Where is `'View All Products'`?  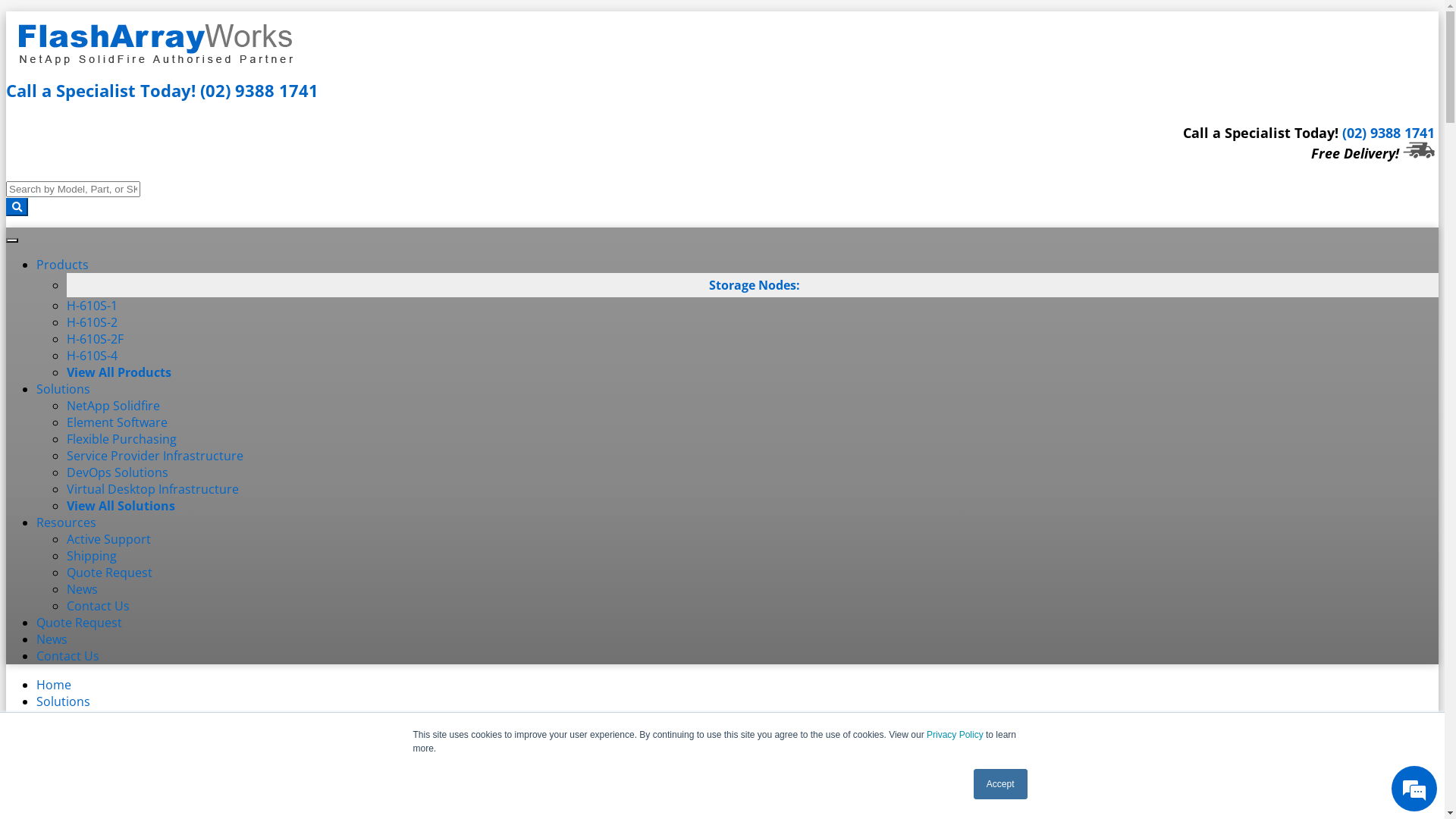 'View All Products' is located at coordinates (118, 372).